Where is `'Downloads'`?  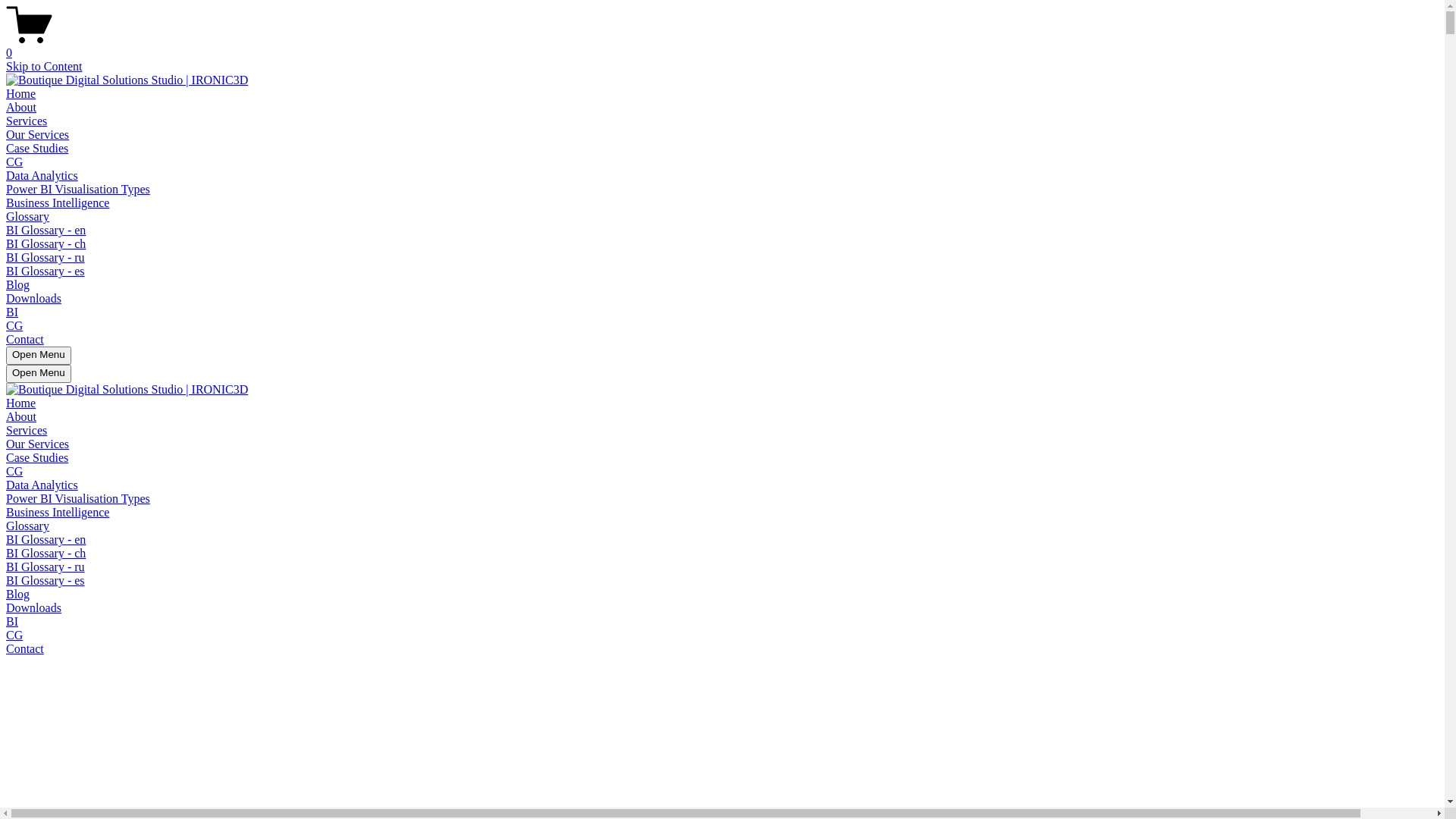 'Downloads' is located at coordinates (33, 298).